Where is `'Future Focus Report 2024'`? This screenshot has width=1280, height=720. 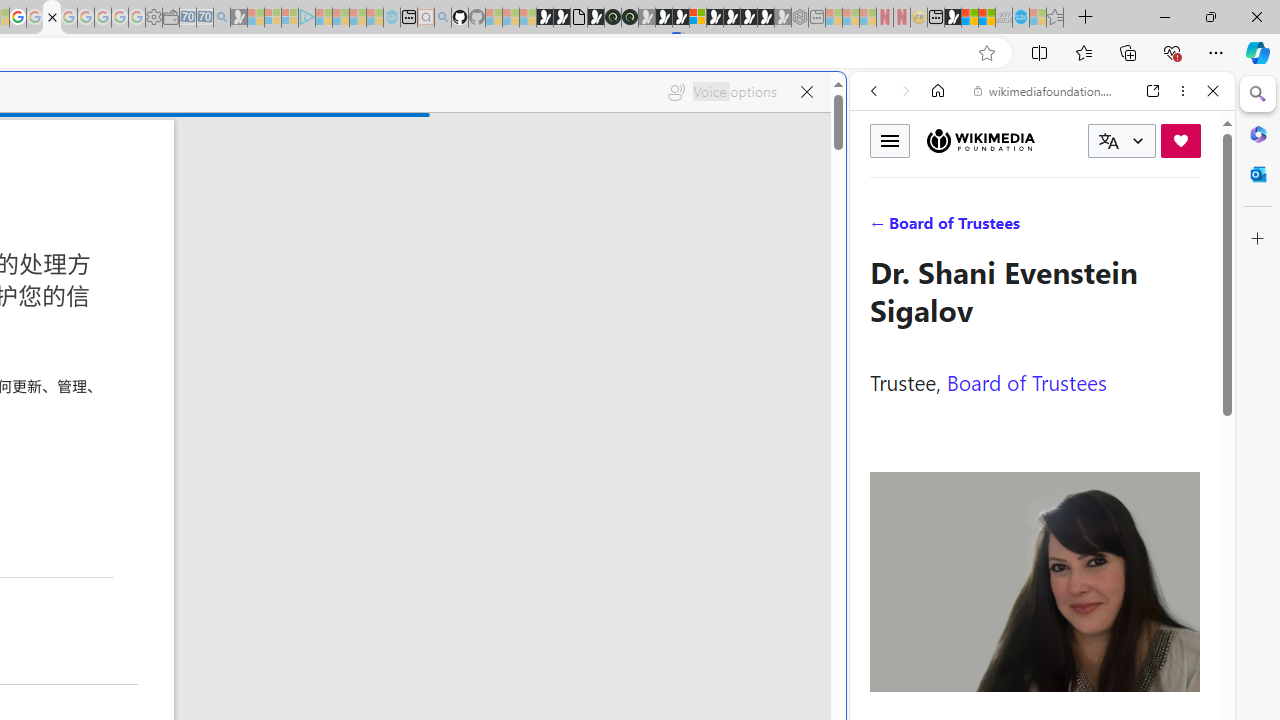
'Future Focus Report 2024' is located at coordinates (628, 17).